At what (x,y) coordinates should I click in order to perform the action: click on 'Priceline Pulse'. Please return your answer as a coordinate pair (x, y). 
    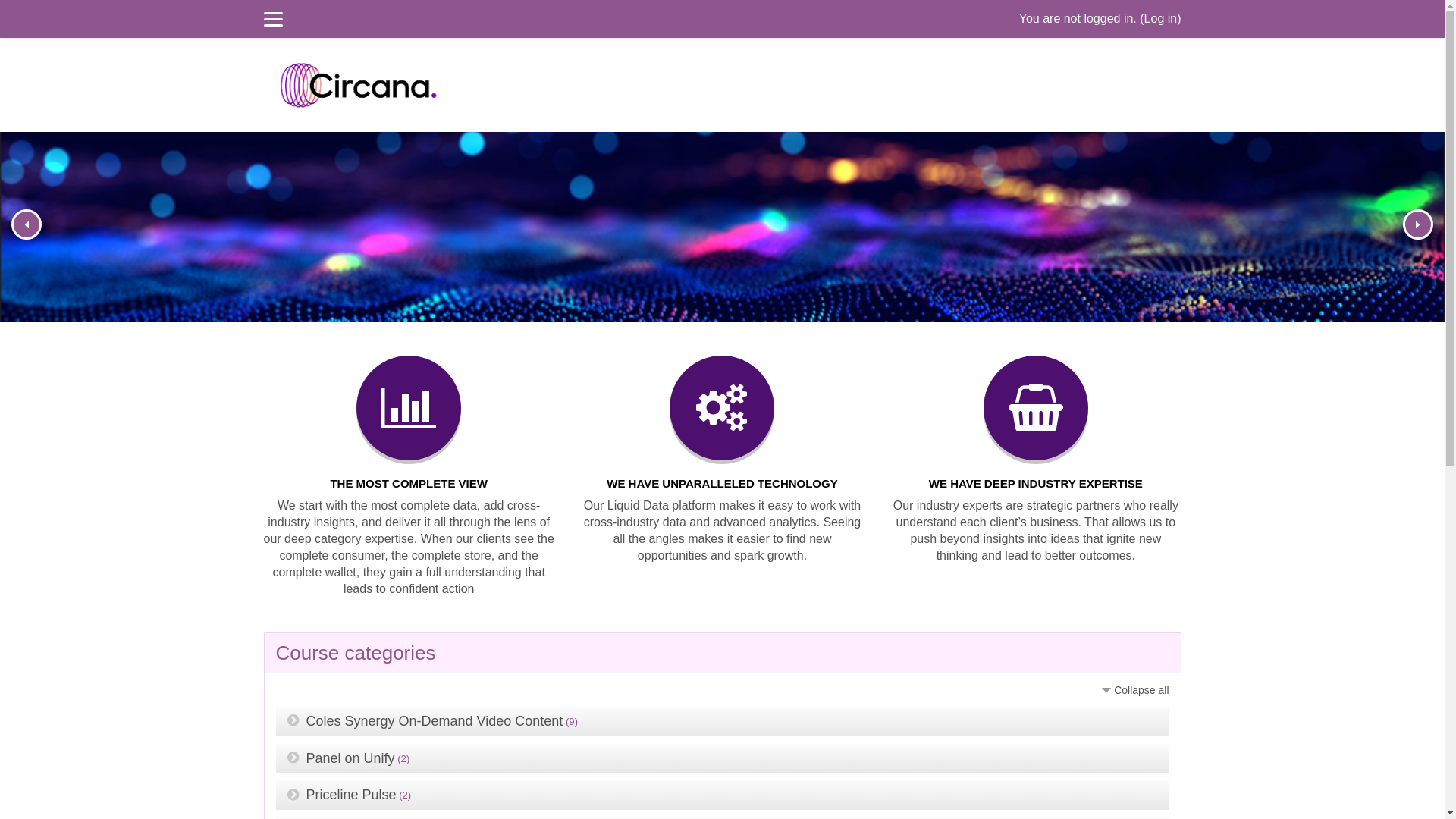
    Looking at the image, I should click on (305, 794).